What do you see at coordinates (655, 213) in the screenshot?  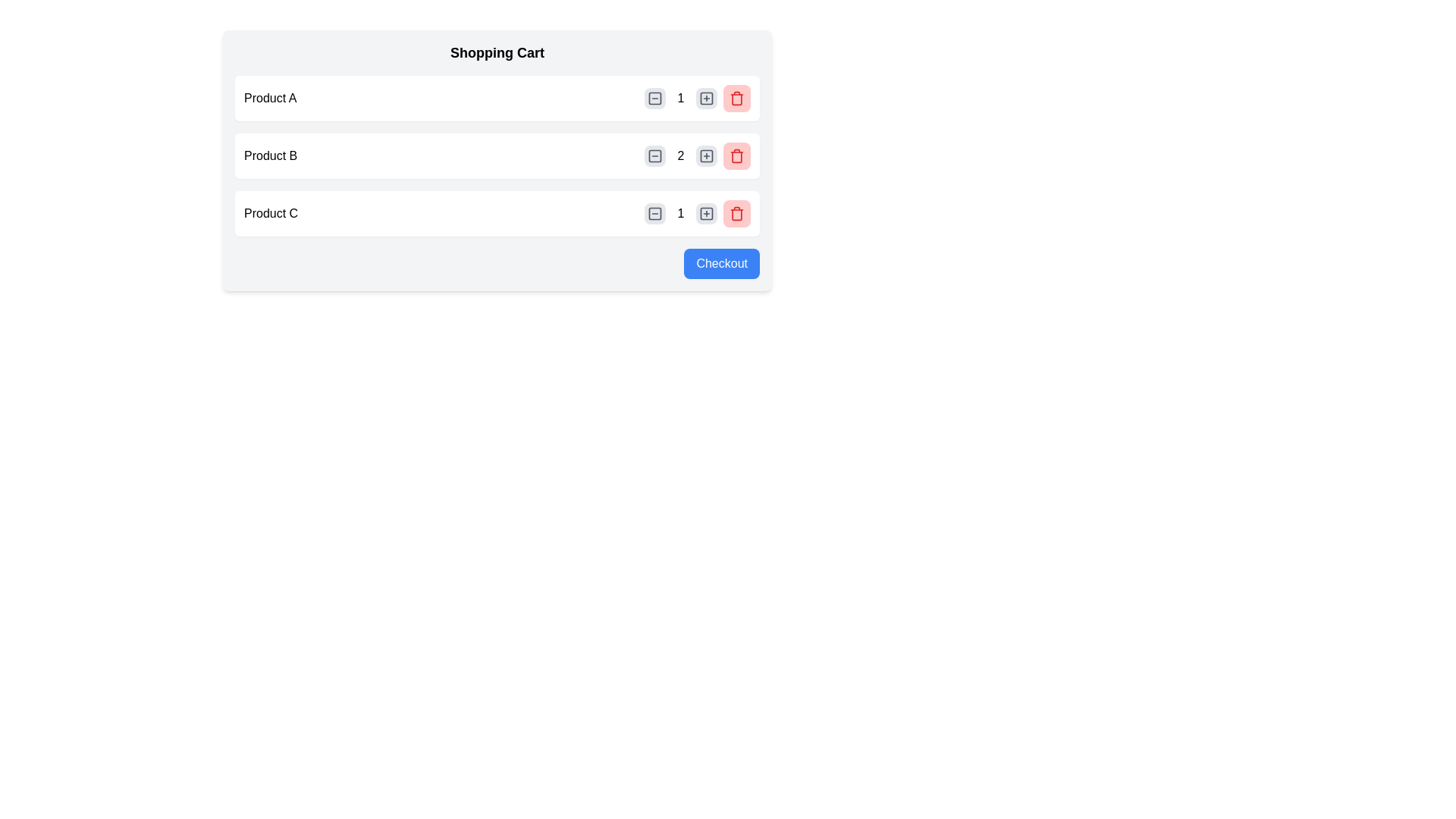 I see `the decrement button for product quantity in the shopping cart interface` at bounding box center [655, 213].